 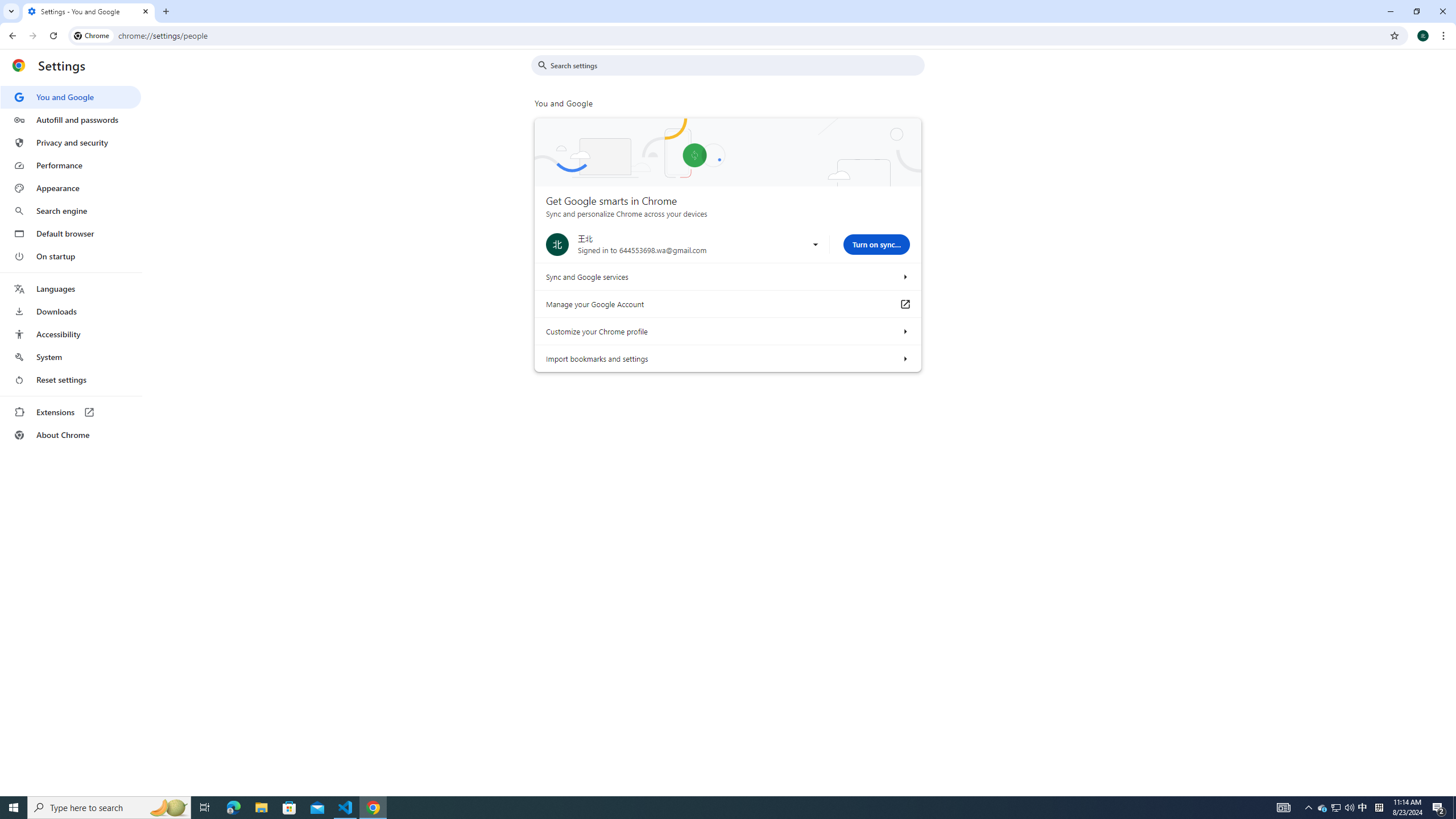 What do you see at coordinates (70, 379) in the screenshot?
I see `'Reset settings'` at bounding box center [70, 379].